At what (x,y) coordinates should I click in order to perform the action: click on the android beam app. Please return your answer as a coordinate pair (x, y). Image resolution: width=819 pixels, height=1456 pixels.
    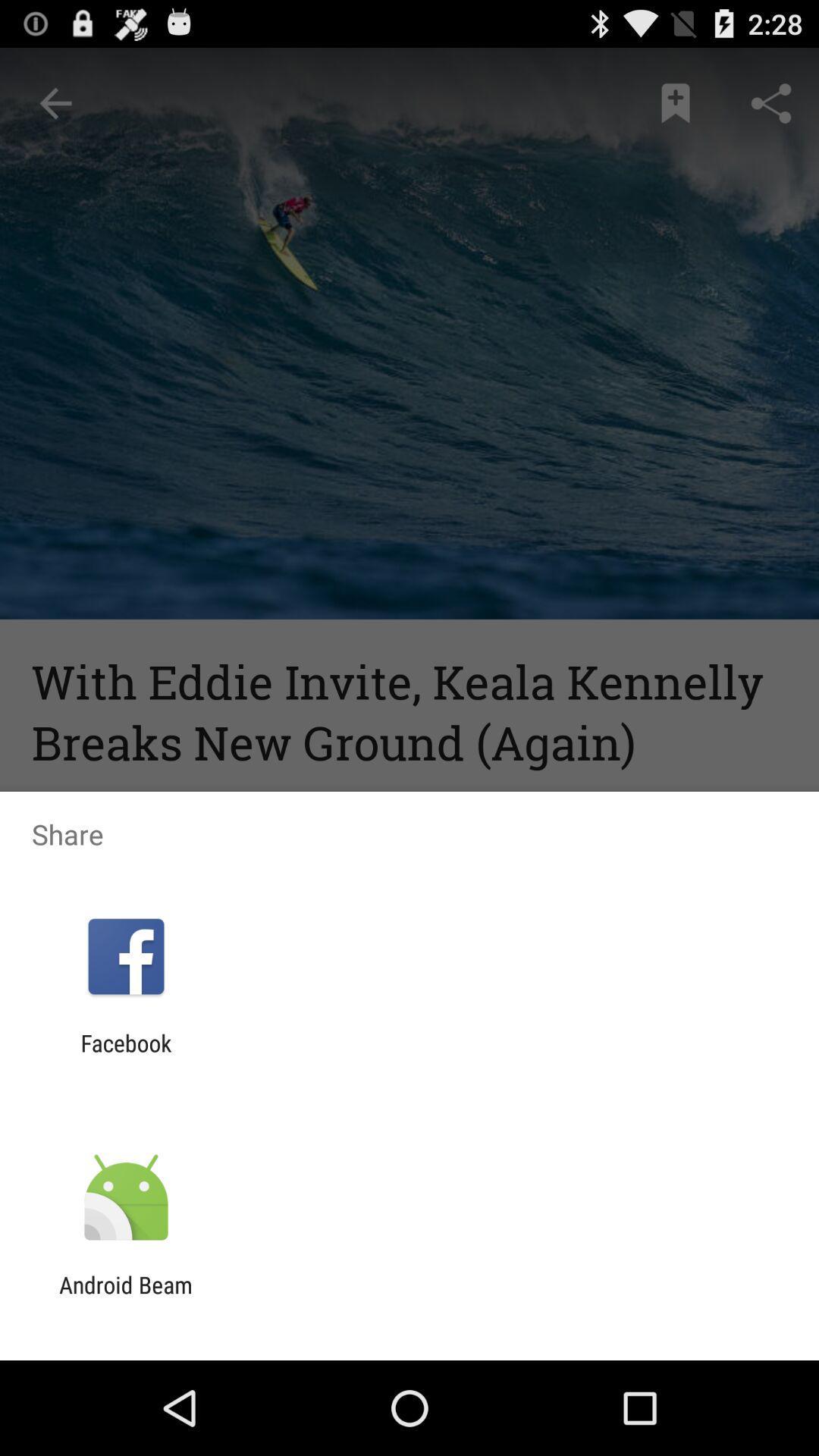
    Looking at the image, I should click on (125, 1298).